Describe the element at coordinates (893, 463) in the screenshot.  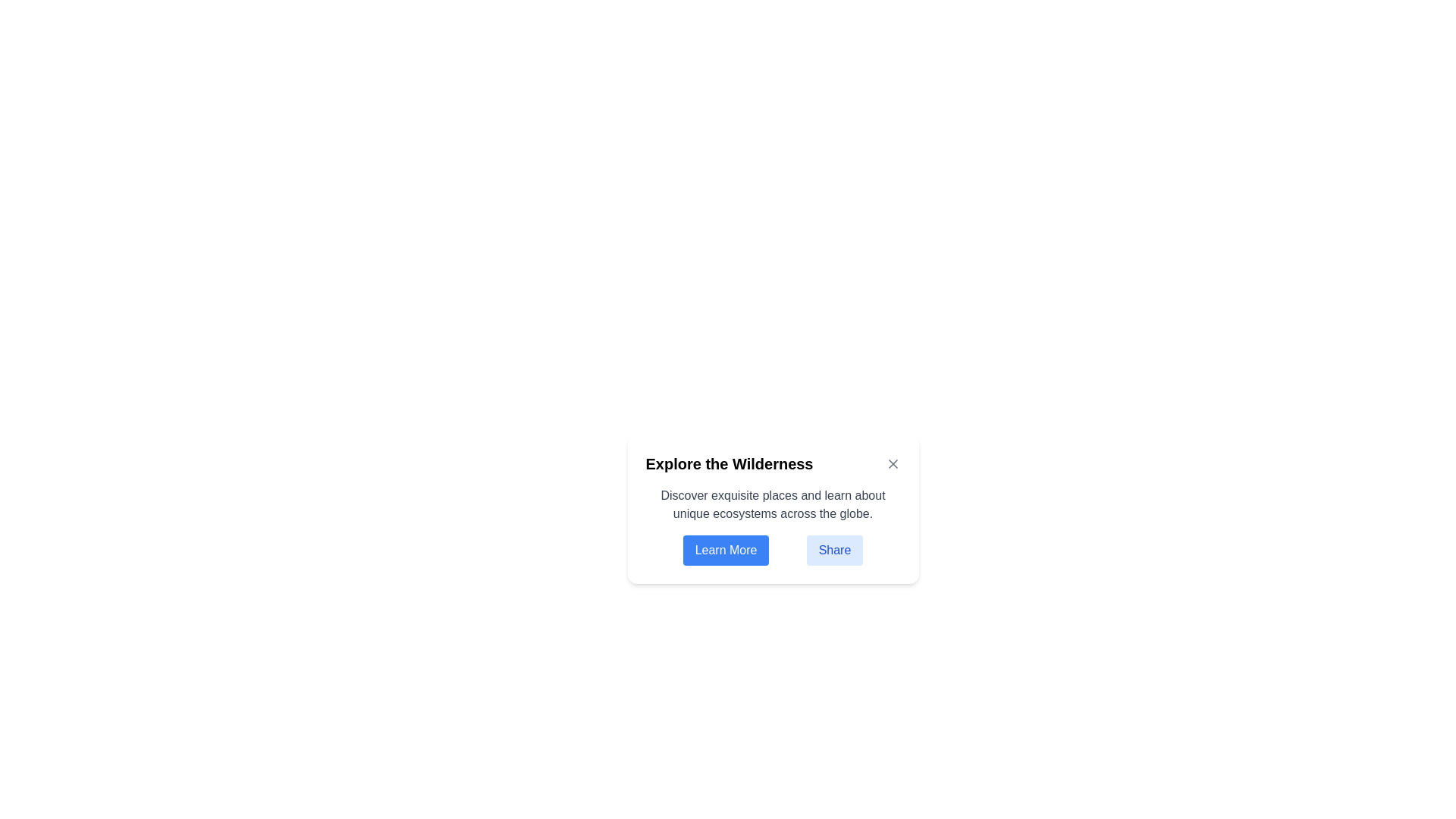
I see `the close button located at the top-right corner of the card containing the 'Explore the Wilderness' heading for keyboard interaction` at that location.